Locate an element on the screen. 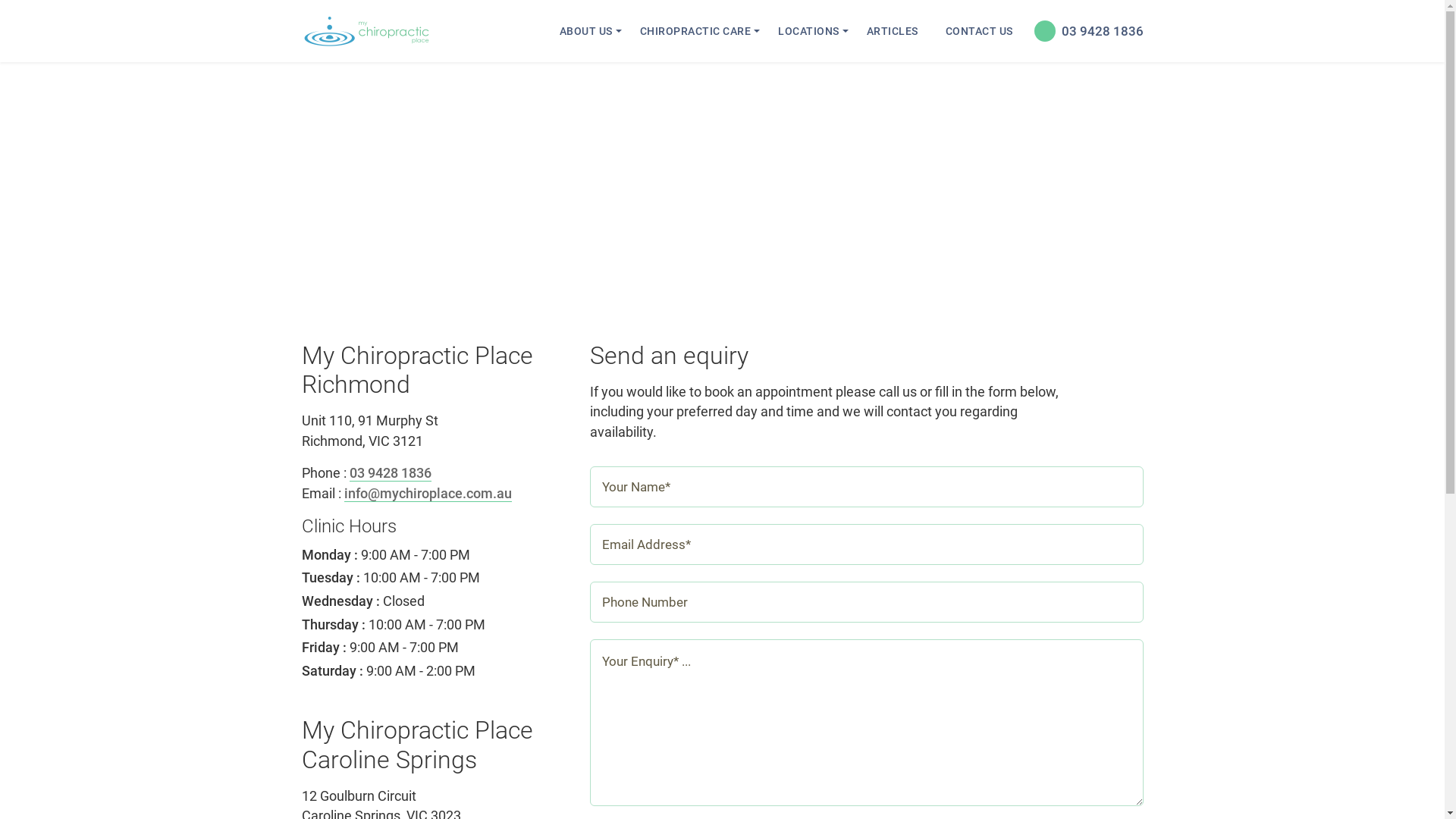 The width and height of the screenshot is (1456, 819). 'ABOUT US' is located at coordinates (585, 31).